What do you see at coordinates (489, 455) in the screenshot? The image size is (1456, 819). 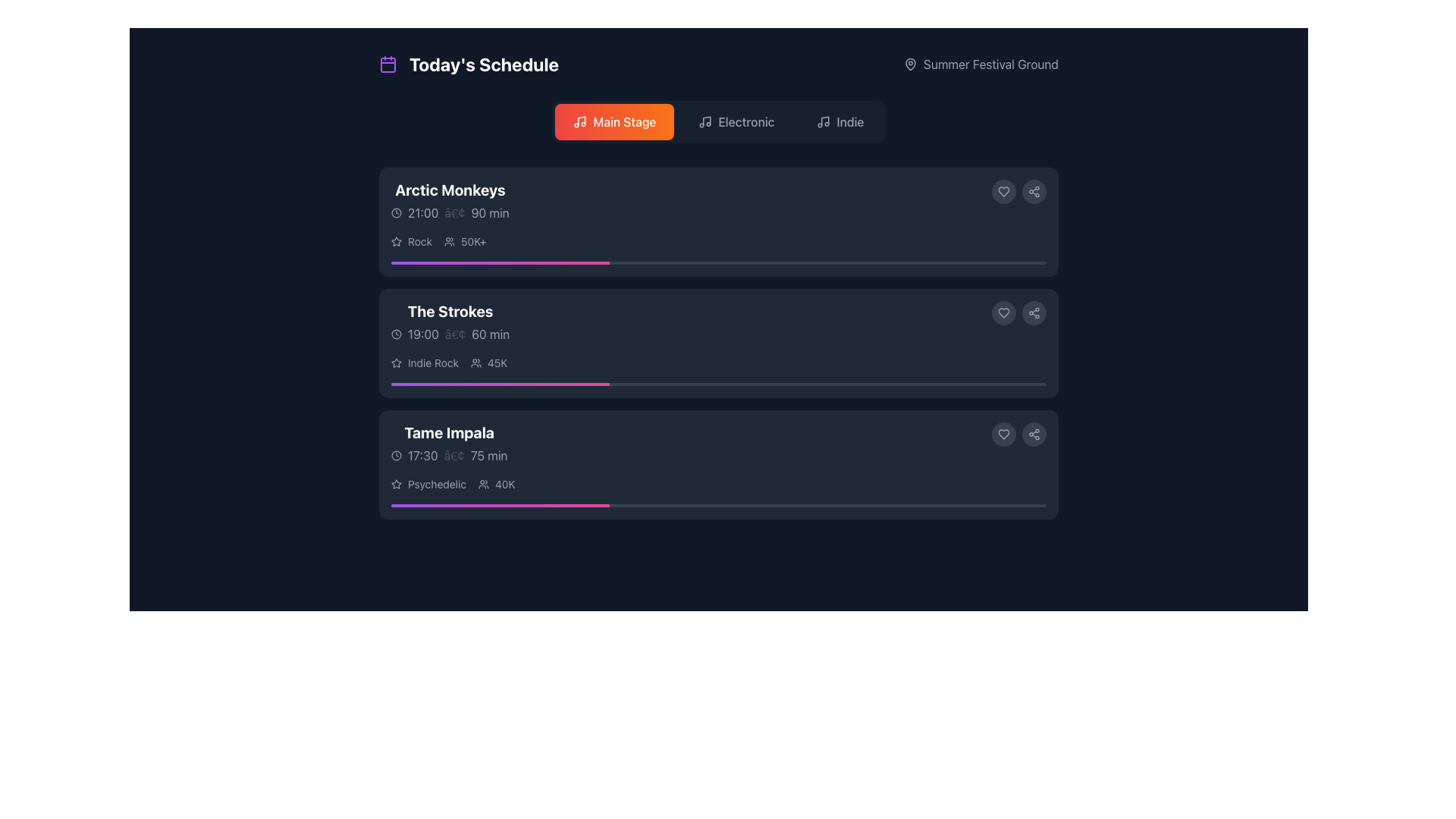 I see `the static text label indicating the duration of an event in minutes, located within the 'Tame Impala' block at the bottom right of its card` at bounding box center [489, 455].